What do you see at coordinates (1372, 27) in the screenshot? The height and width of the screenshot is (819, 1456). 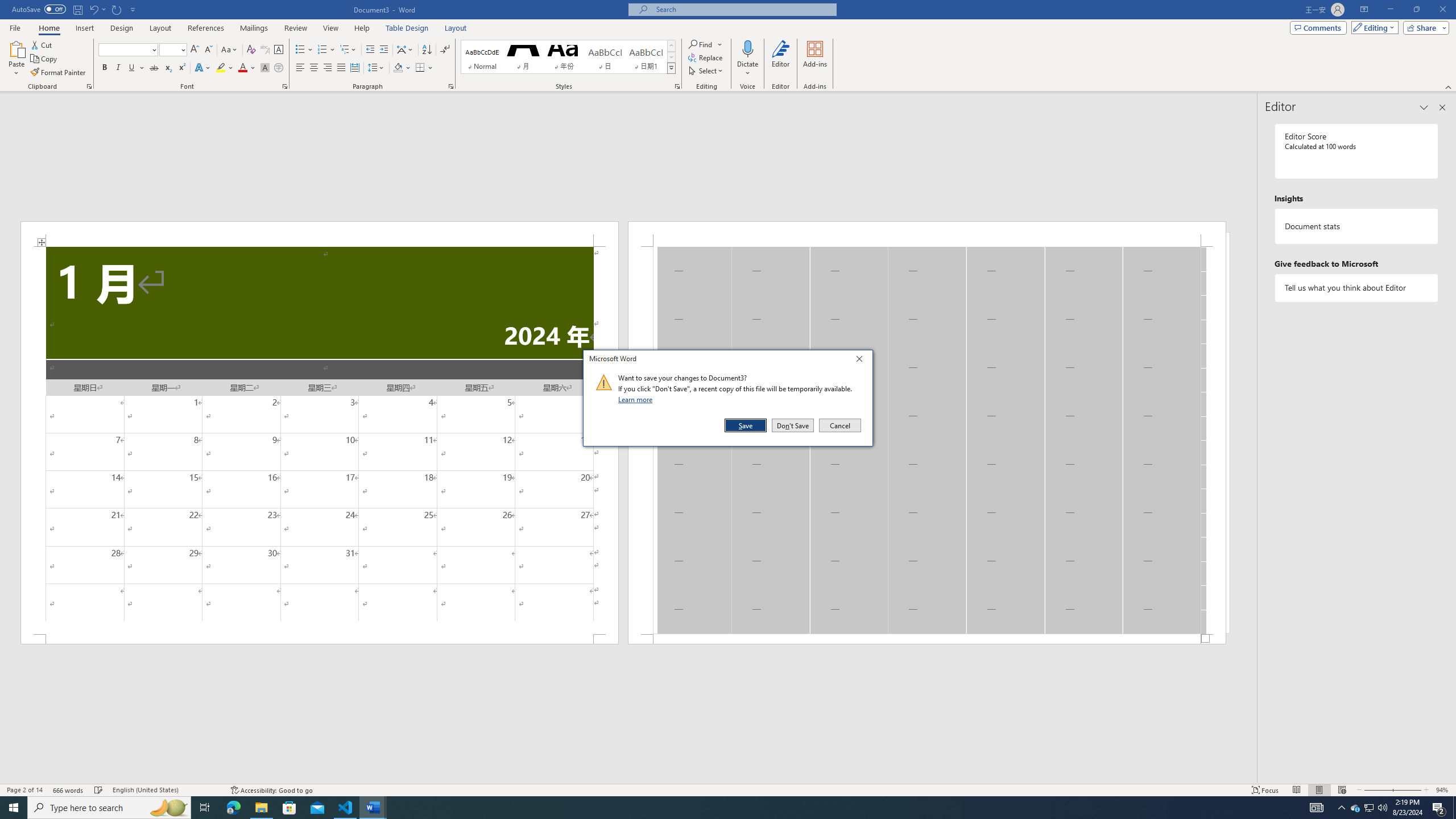 I see `'Mode'` at bounding box center [1372, 27].